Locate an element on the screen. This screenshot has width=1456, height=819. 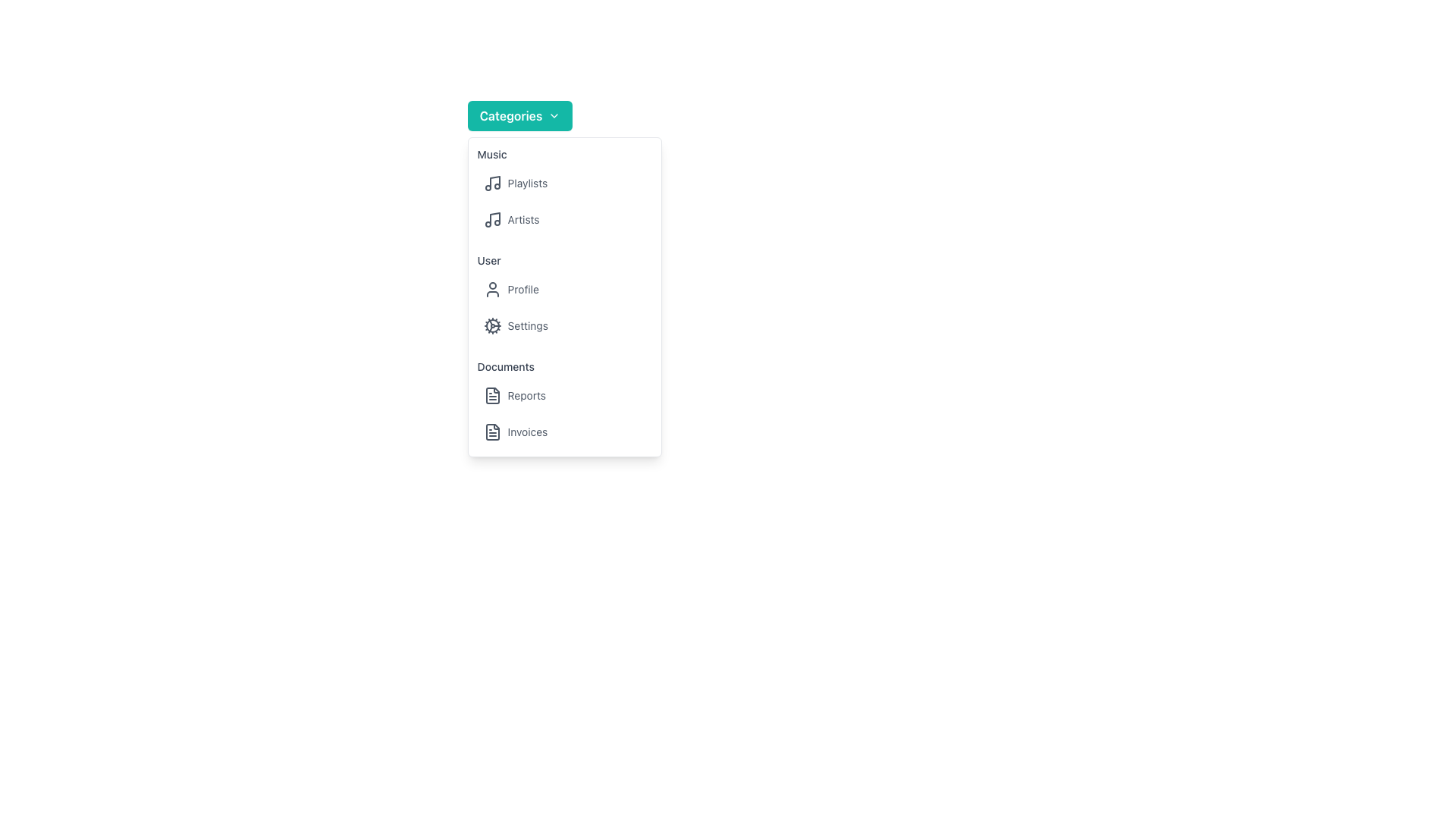
the 'Playlists' navigation label located in the dropdown menu under the 'Music' section is located at coordinates (528, 183).